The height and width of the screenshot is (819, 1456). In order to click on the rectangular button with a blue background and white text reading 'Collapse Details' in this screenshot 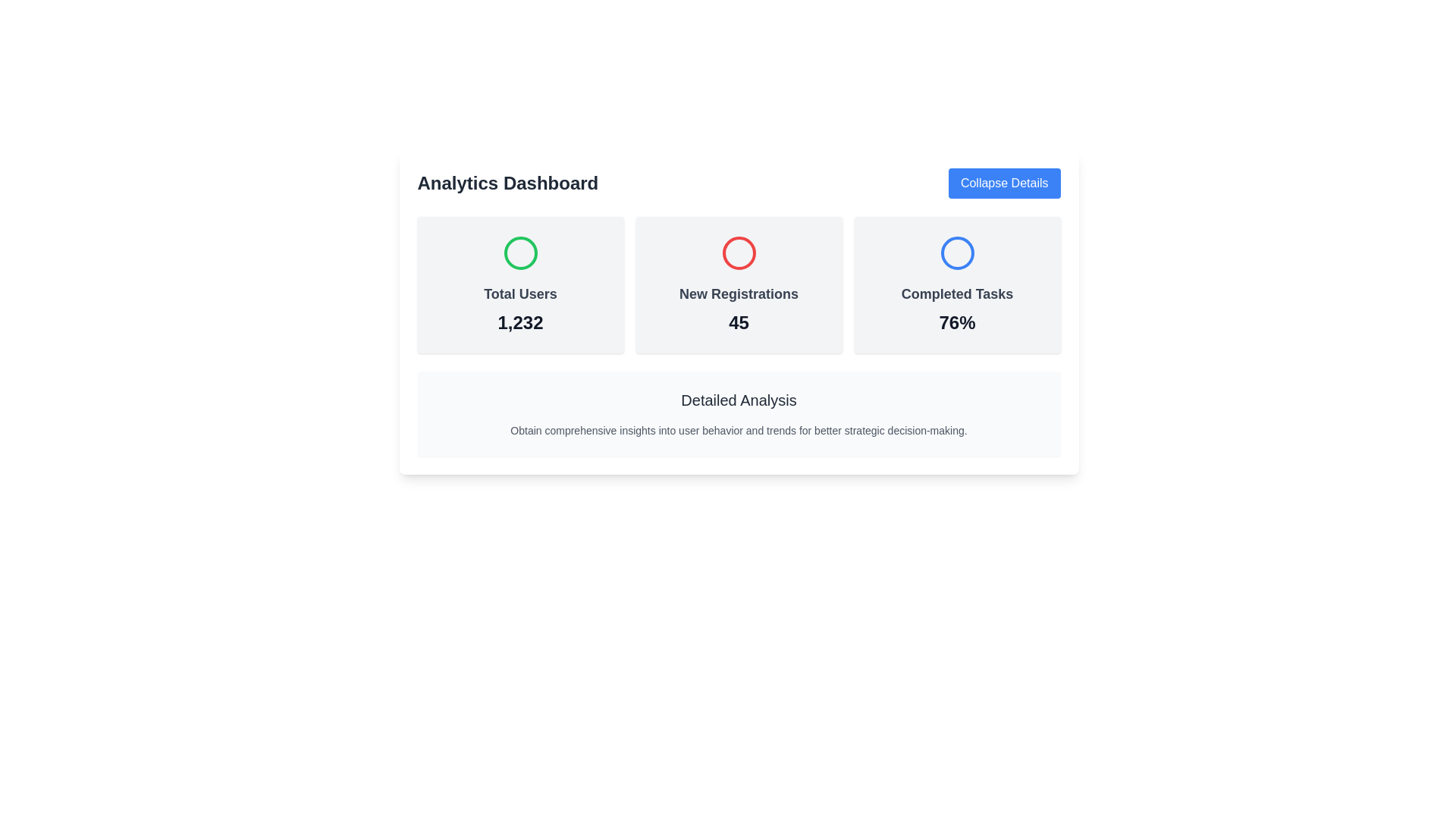, I will do `click(1004, 183)`.